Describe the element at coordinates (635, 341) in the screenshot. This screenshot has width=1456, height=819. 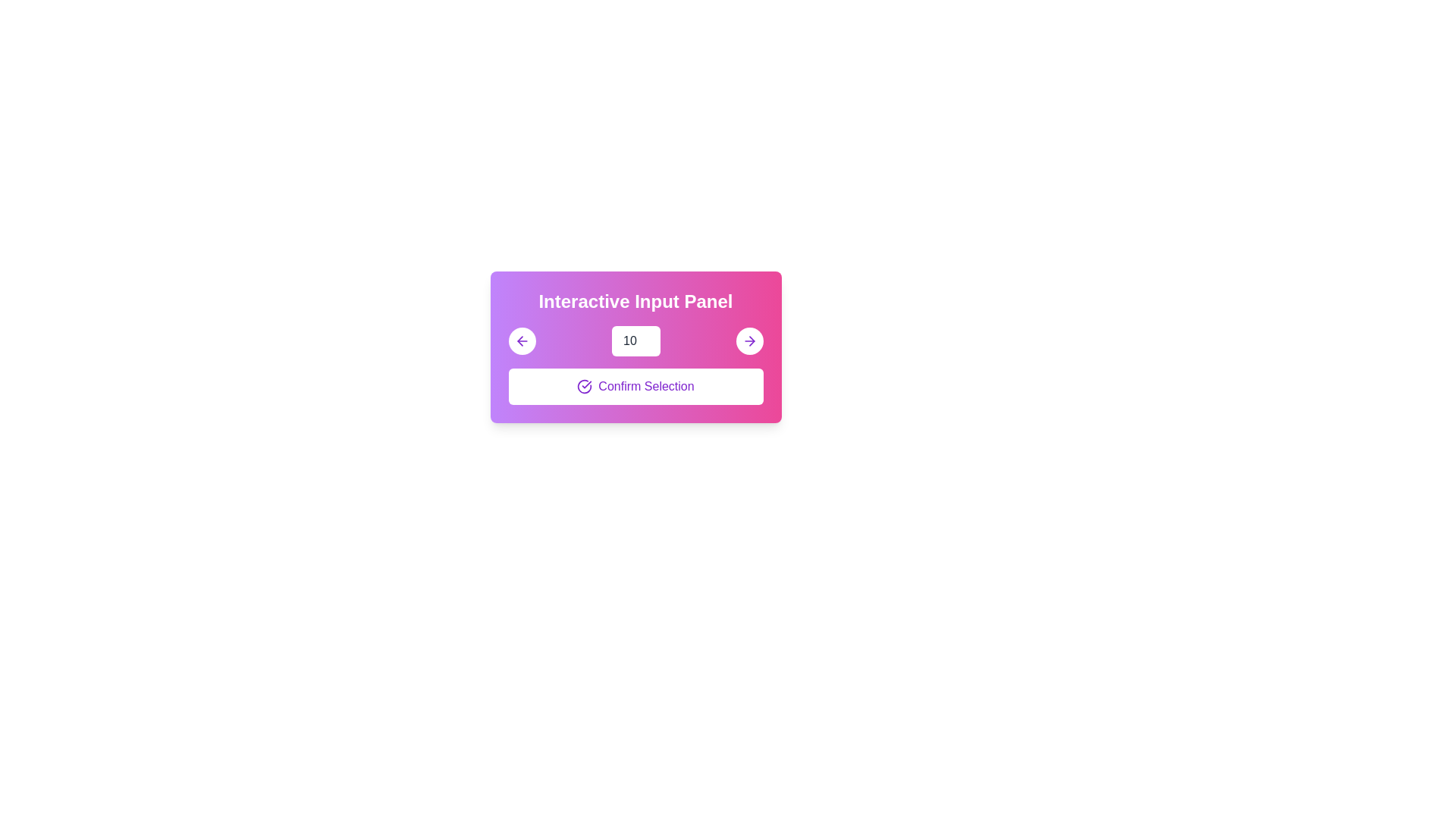
I see `the numeric input field of the composite UI component that combines number input and navigation buttons to edit the number` at that location.